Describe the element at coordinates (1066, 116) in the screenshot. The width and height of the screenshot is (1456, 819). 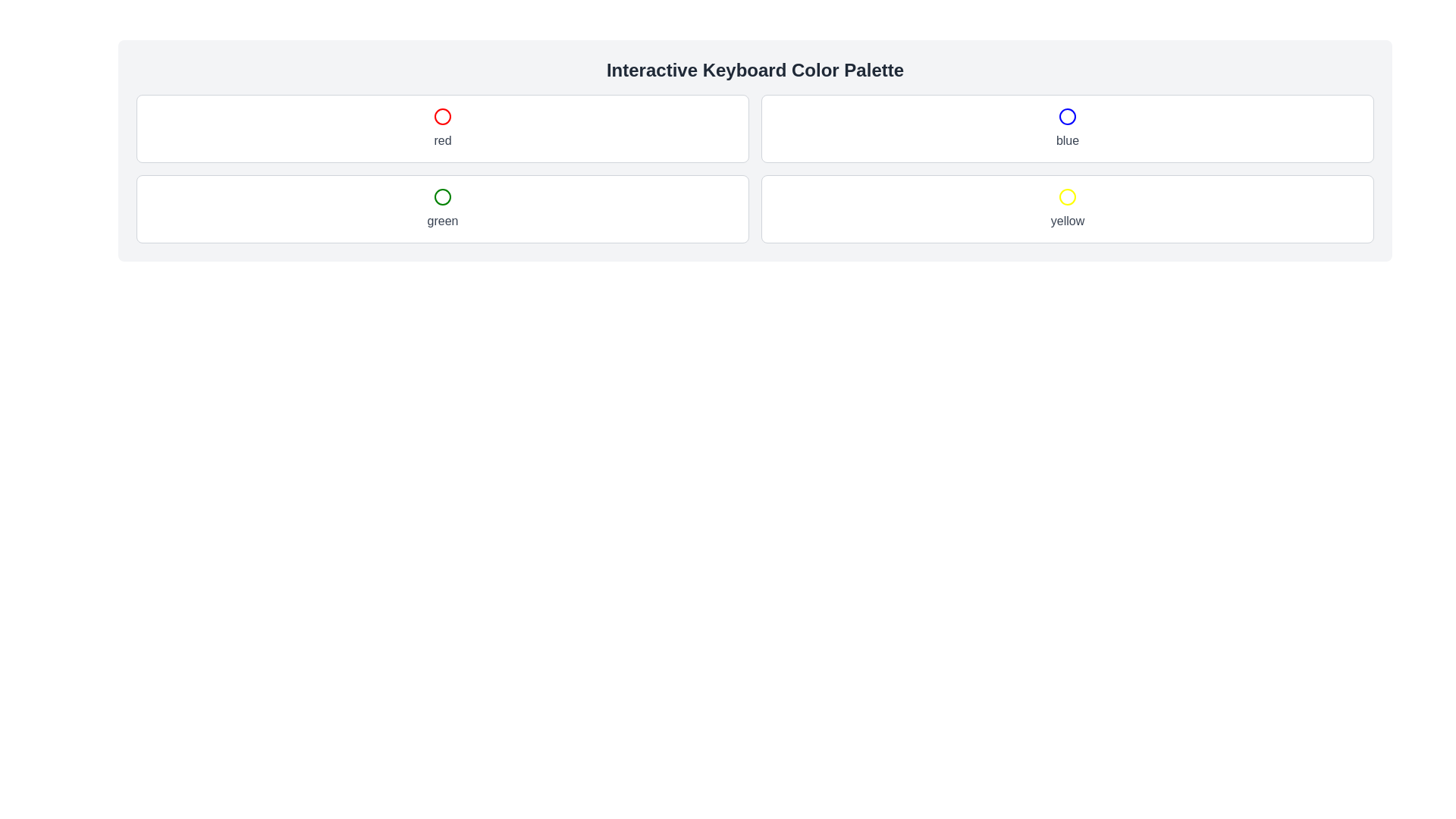
I see `the SVG icon depicting a colored circle in the top-right cell of a 2x2 grid layout, which represents the 'blue' category for visual information` at that location.